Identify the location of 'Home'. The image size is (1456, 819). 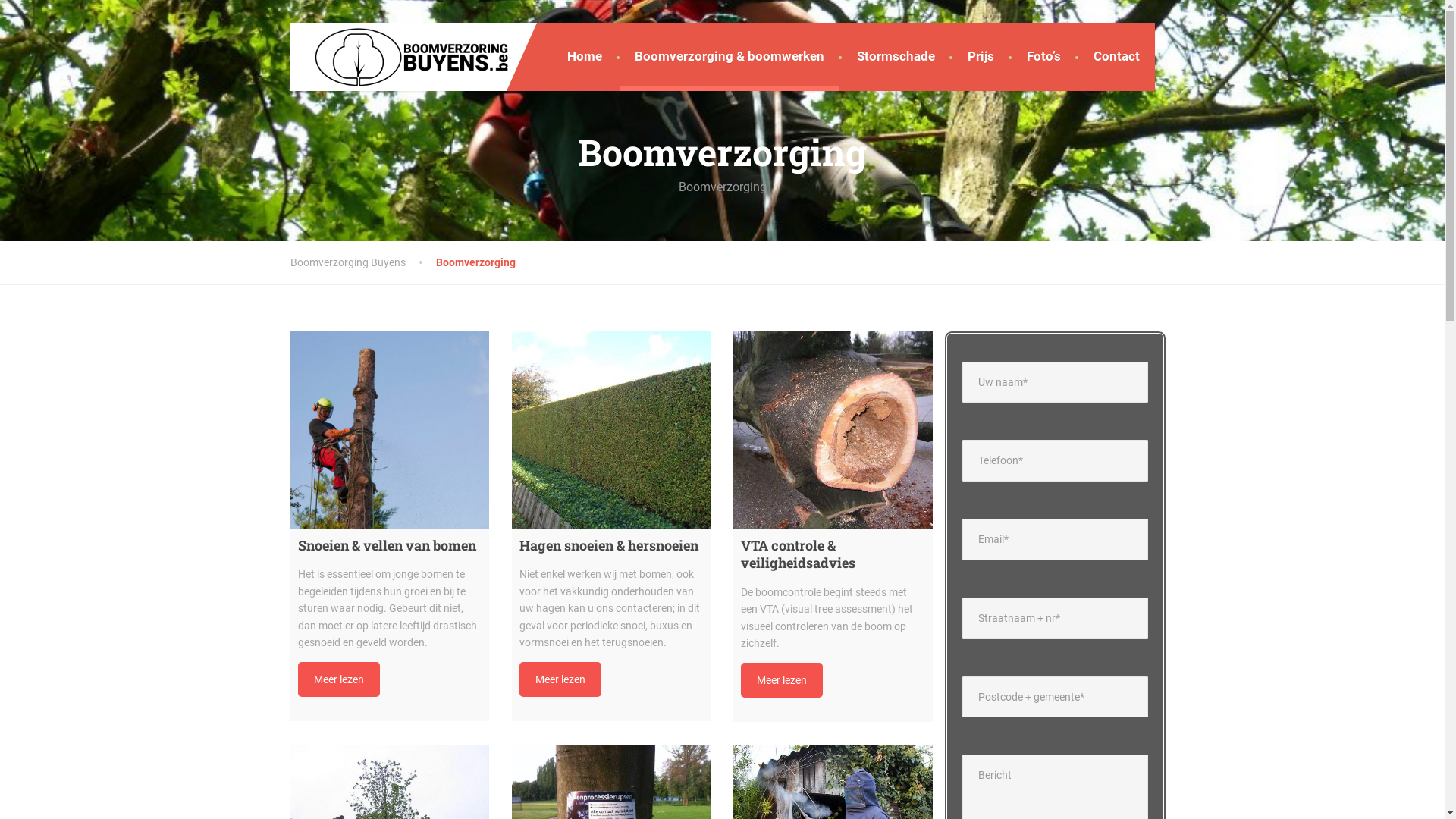
(584, 55).